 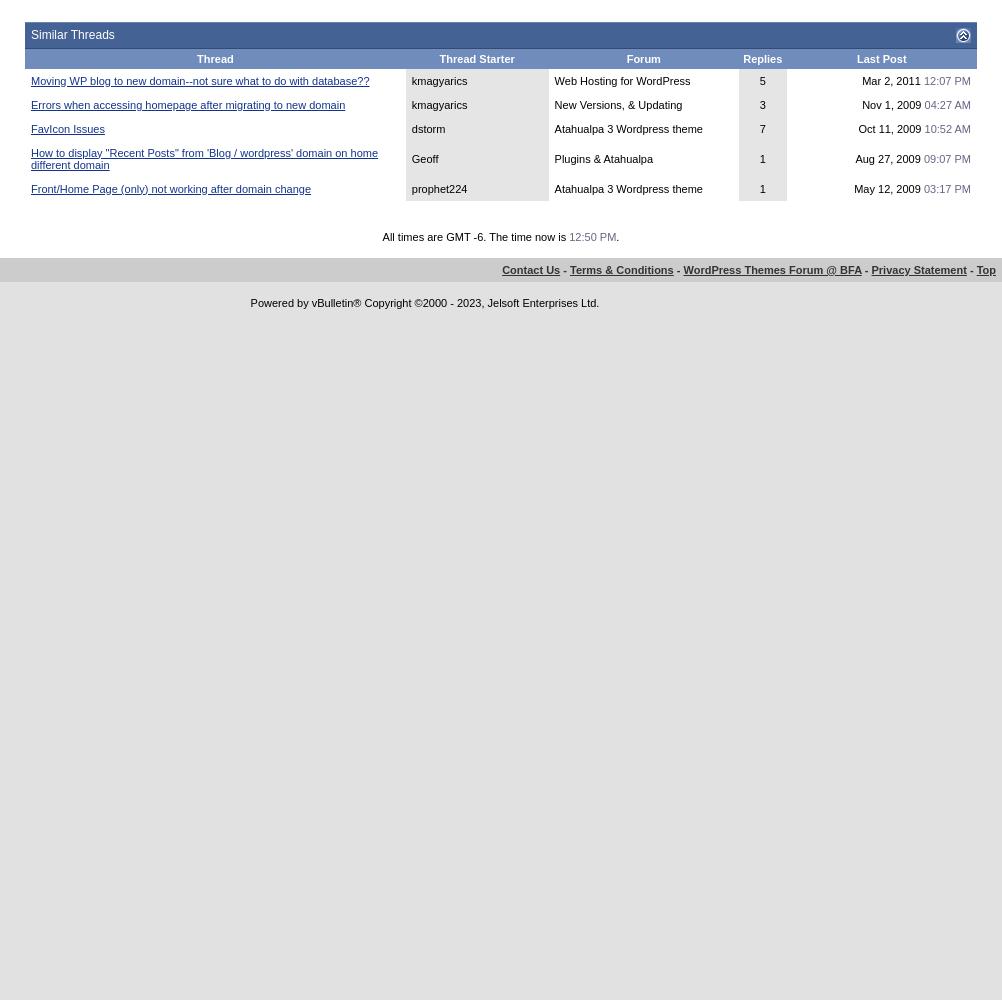 I want to click on 'Plugins & Atahualpa', so click(x=554, y=158).